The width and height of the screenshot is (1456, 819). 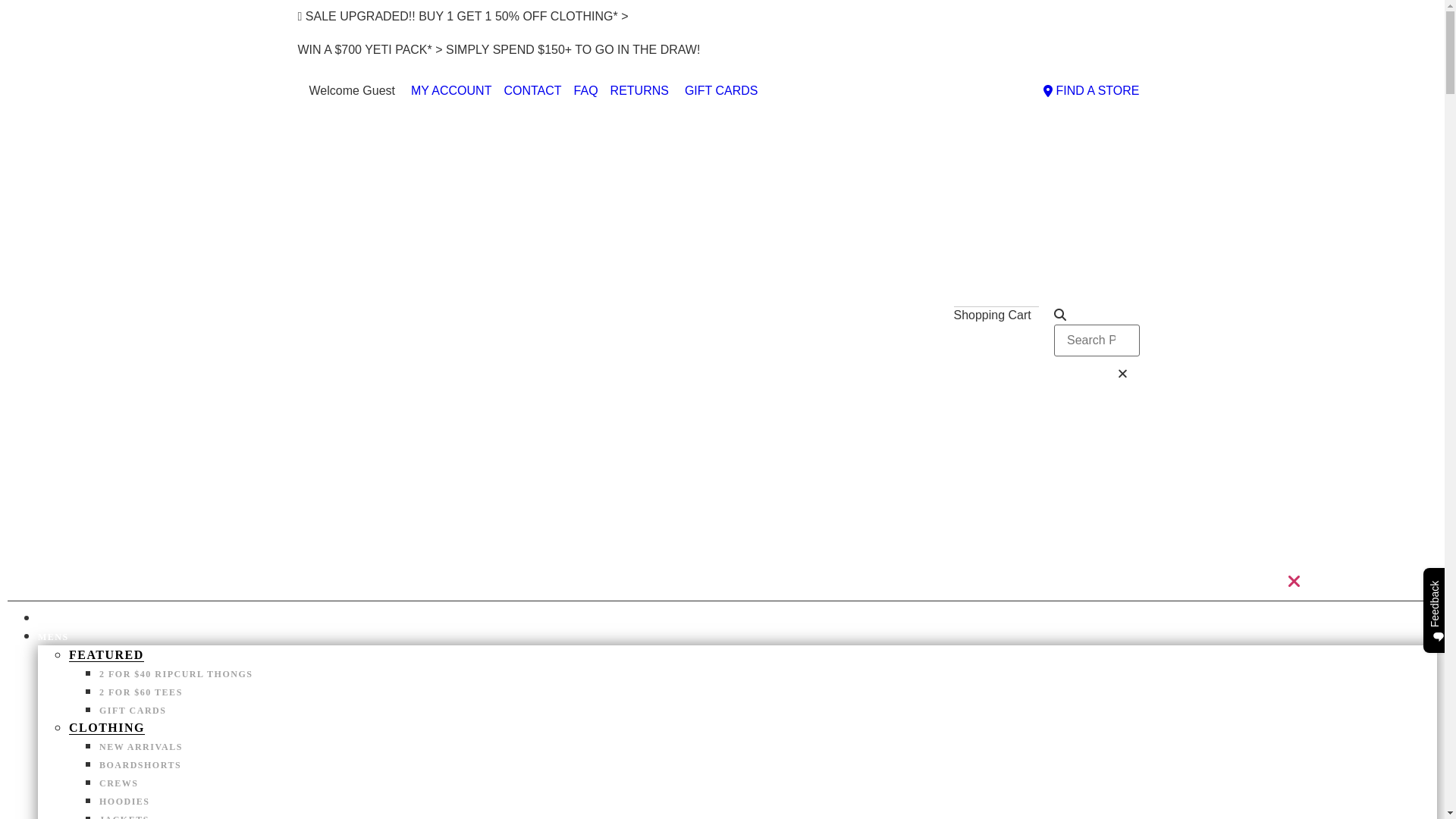 What do you see at coordinates (532, 90) in the screenshot?
I see `'CONTACT'` at bounding box center [532, 90].